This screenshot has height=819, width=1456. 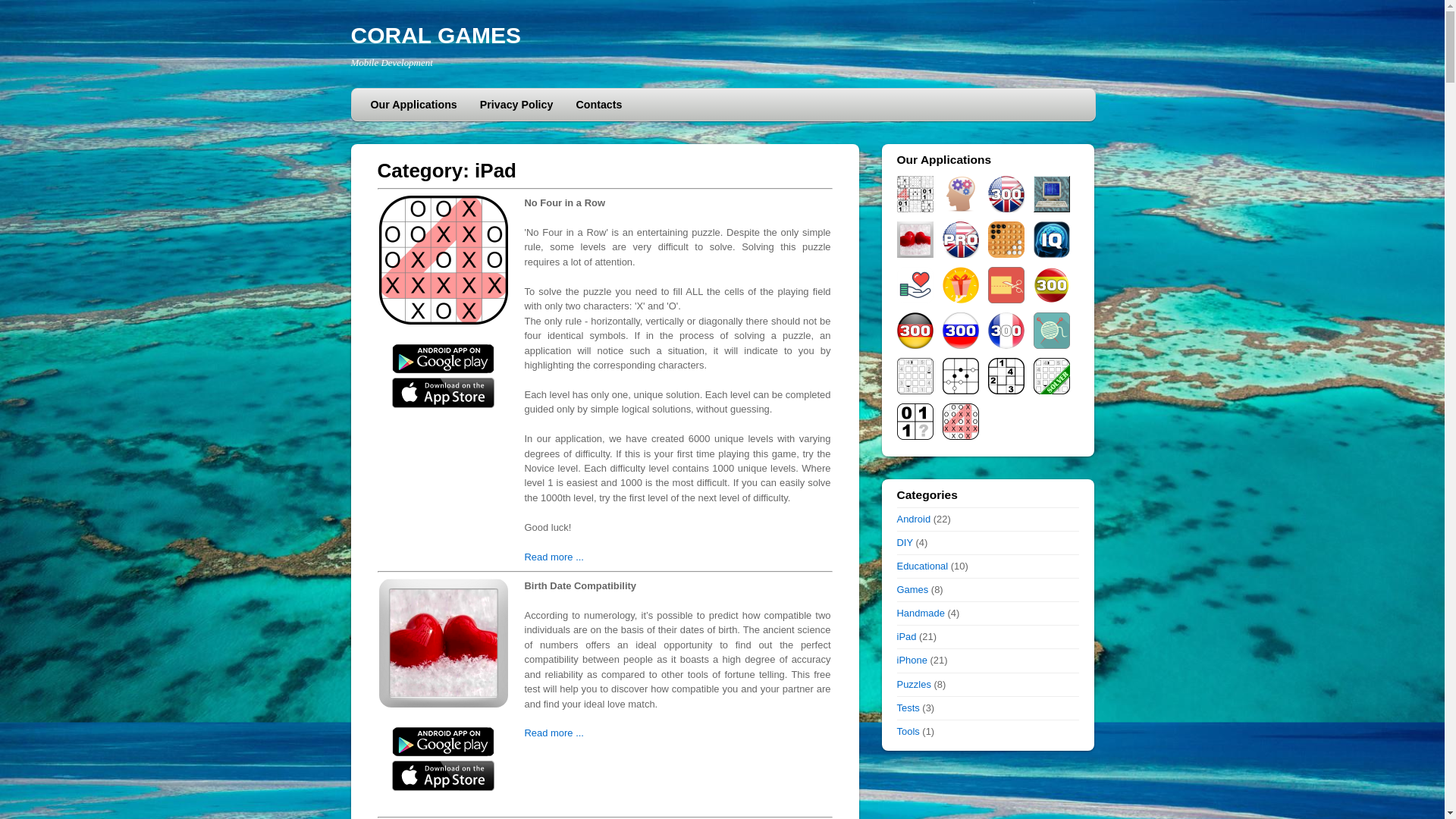 What do you see at coordinates (912, 588) in the screenshot?
I see `'Games'` at bounding box center [912, 588].